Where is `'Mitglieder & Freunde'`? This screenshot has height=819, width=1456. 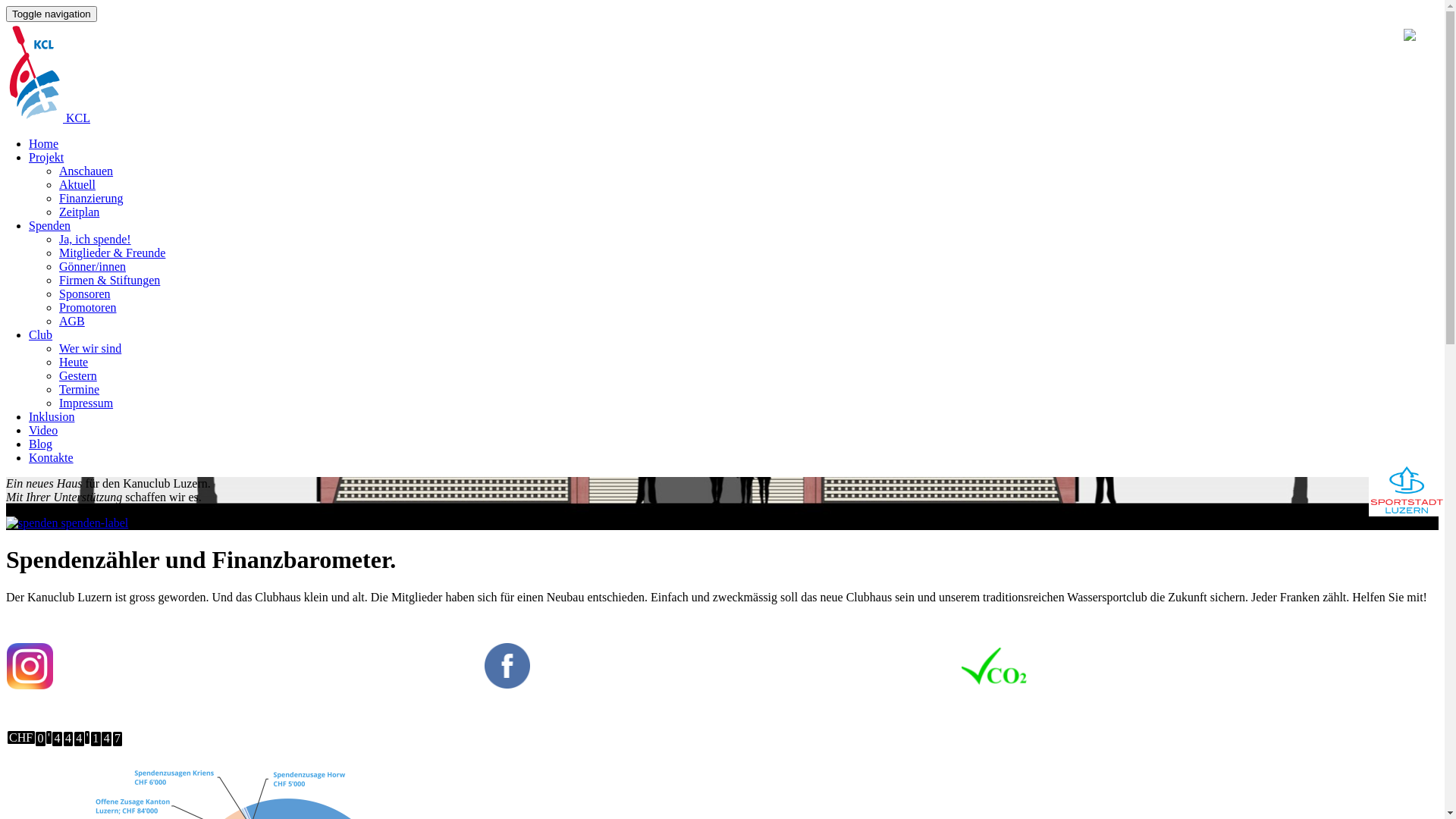 'Mitglieder & Freunde' is located at coordinates (111, 252).